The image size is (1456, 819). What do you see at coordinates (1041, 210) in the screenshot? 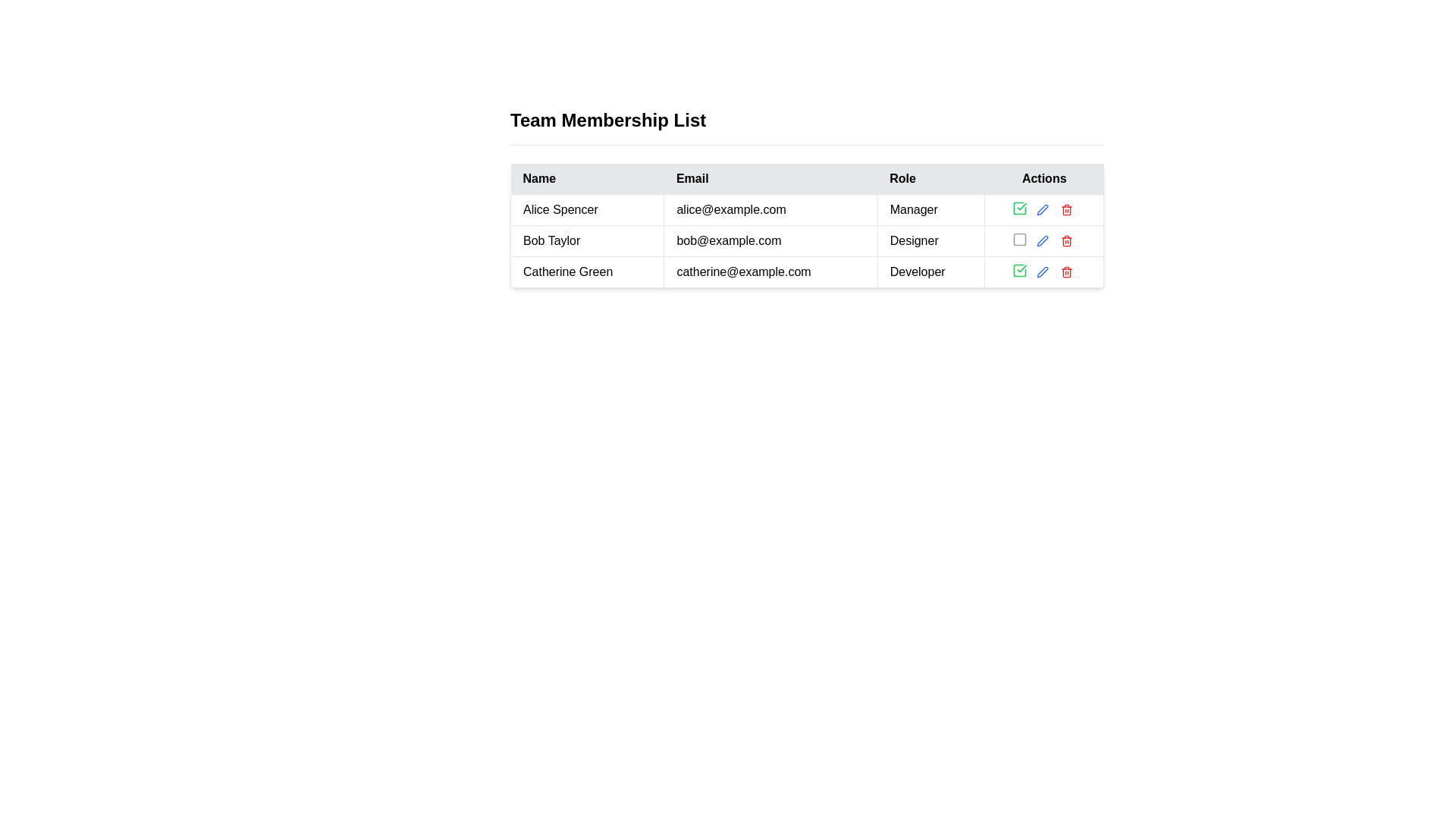
I see `the edit icon in the 'Actions' column of the second row` at bounding box center [1041, 210].